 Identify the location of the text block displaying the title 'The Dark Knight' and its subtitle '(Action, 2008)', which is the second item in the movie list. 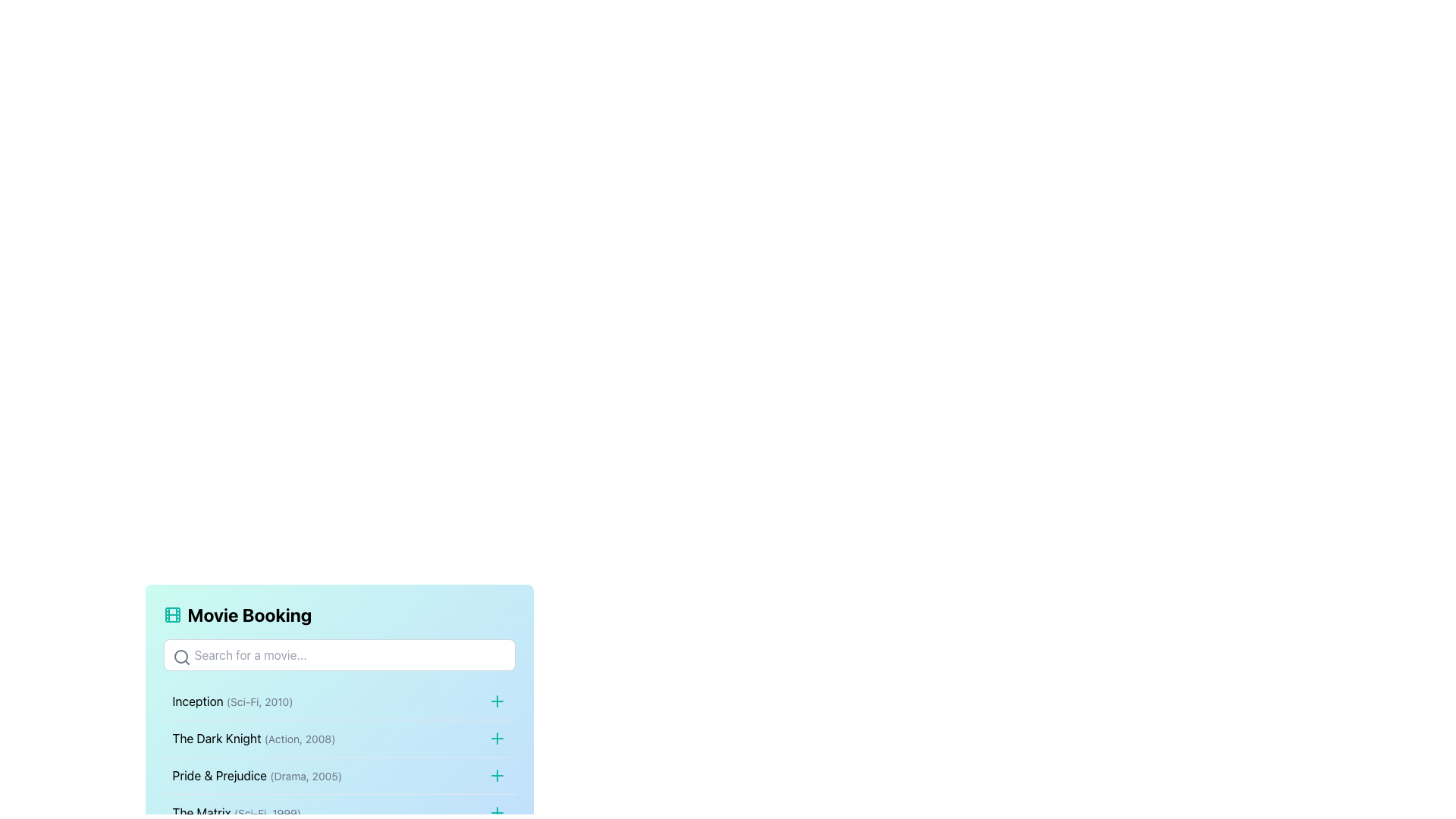
(254, 738).